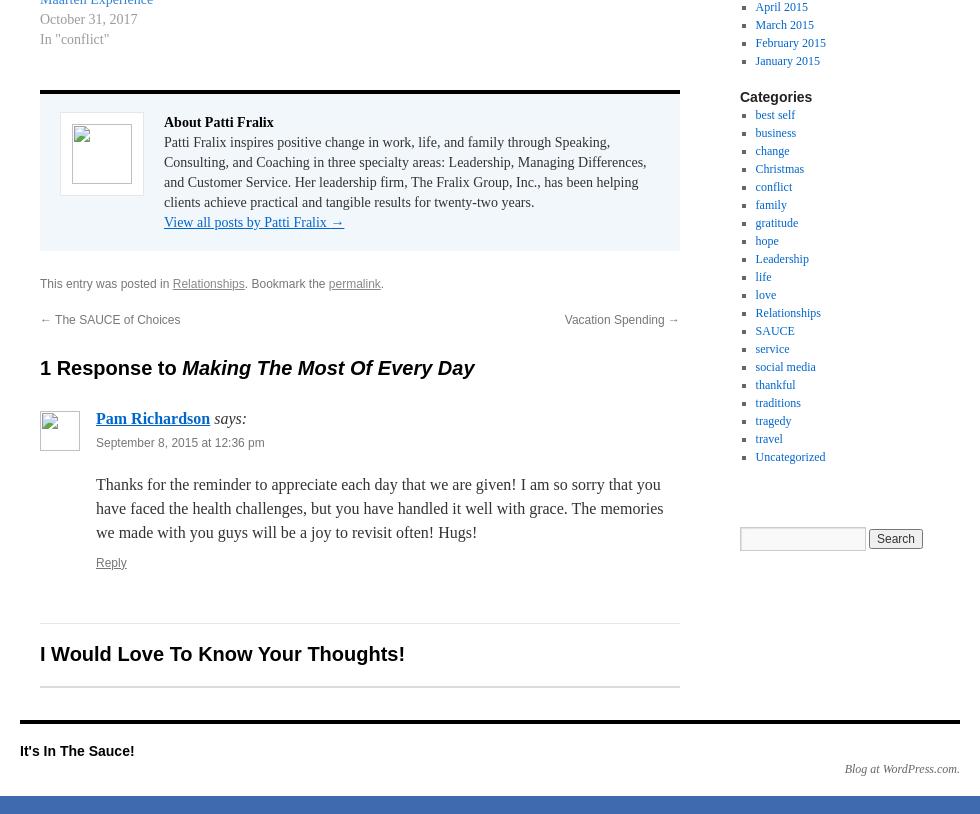 The image size is (980, 814). Describe the element at coordinates (901, 768) in the screenshot. I see `'Blog at WordPress.com.'` at that location.